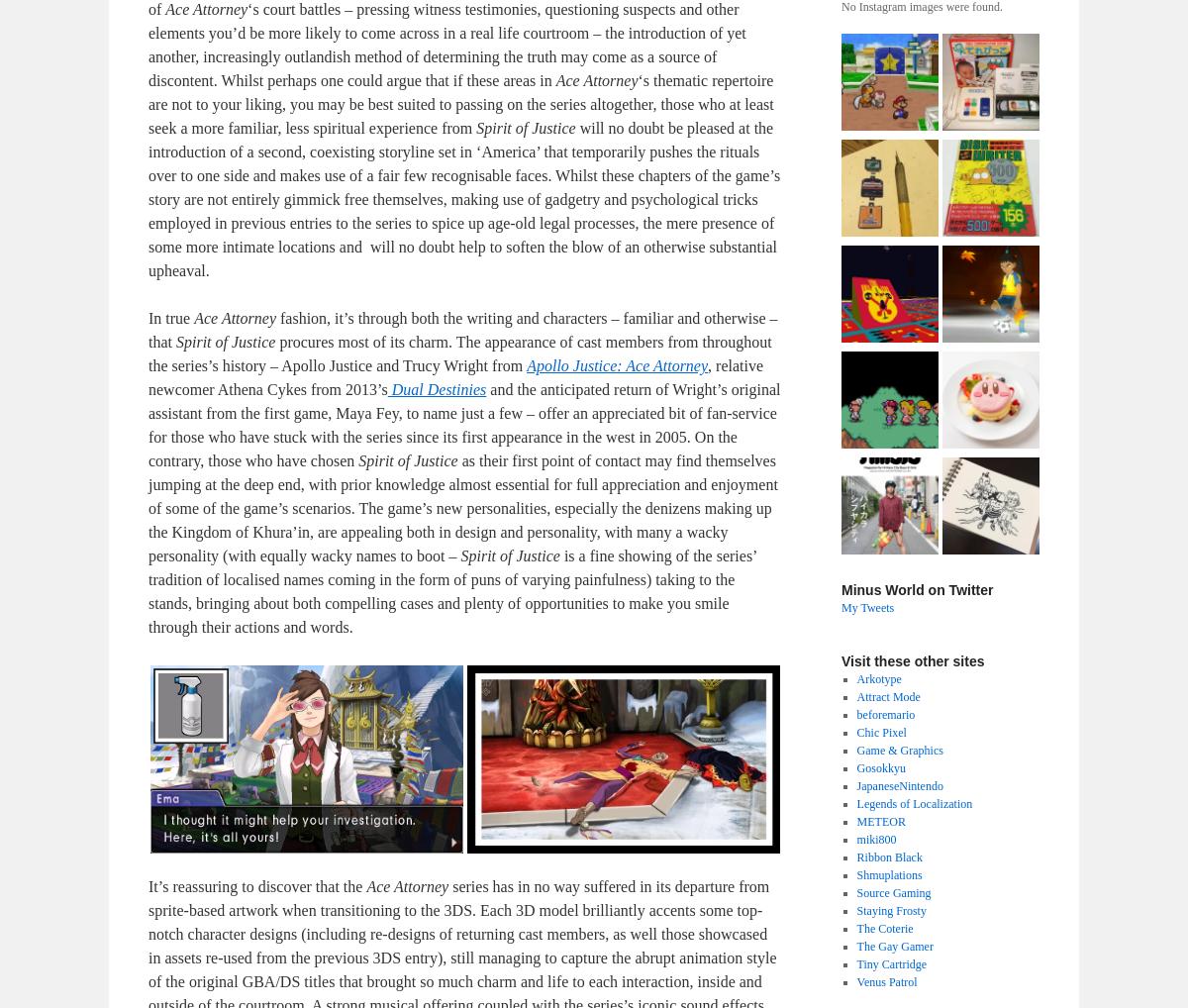  I want to click on 'Arkotype', so click(877, 679).